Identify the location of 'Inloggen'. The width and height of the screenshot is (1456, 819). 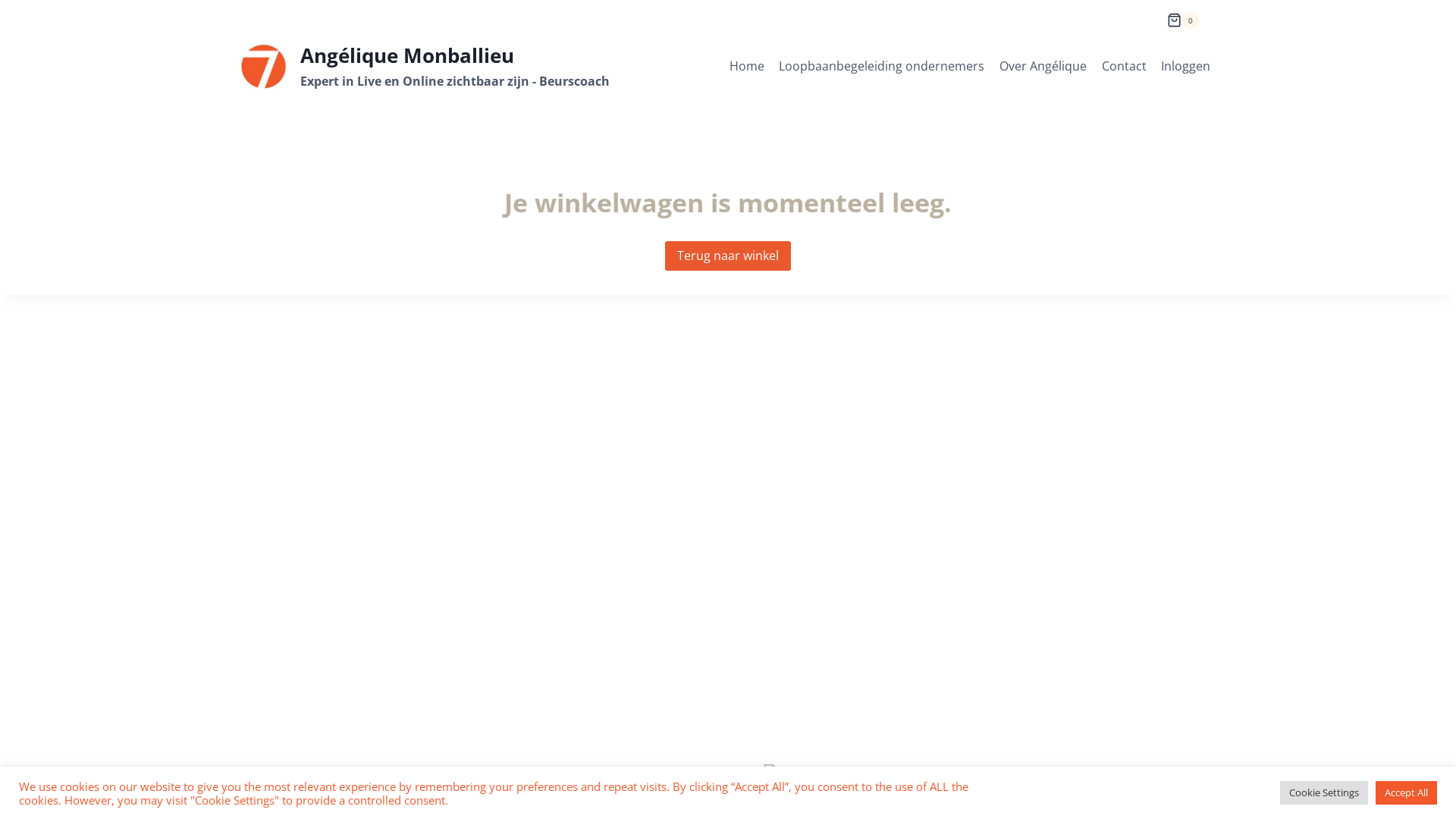
(1185, 65).